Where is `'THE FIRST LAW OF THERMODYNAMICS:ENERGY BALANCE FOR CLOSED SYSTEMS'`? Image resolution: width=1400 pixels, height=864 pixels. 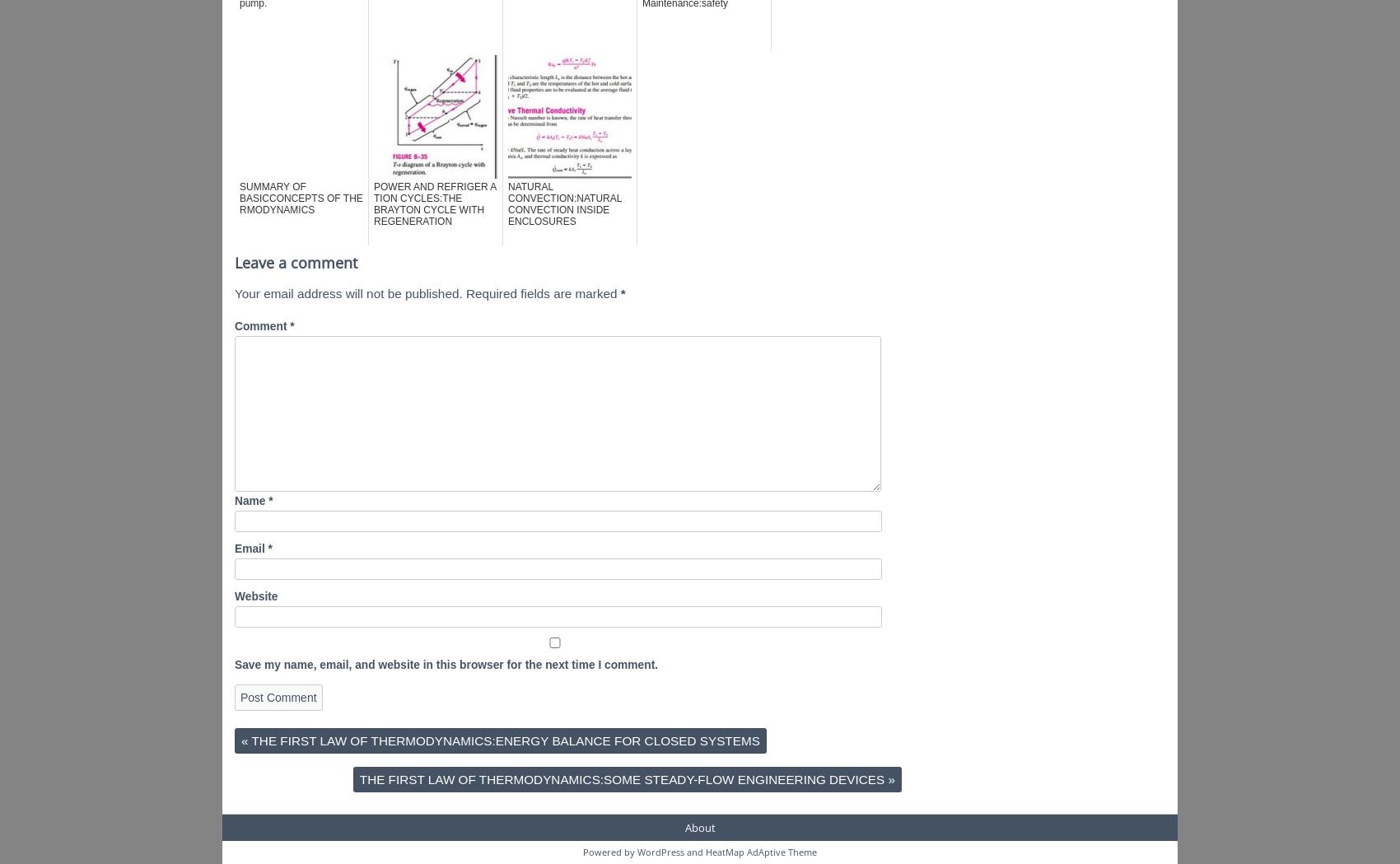
'THE FIRST LAW OF THERMODYNAMICS:ENERGY BALANCE FOR CLOSED SYSTEMS' is located at coordinates (502, 739).